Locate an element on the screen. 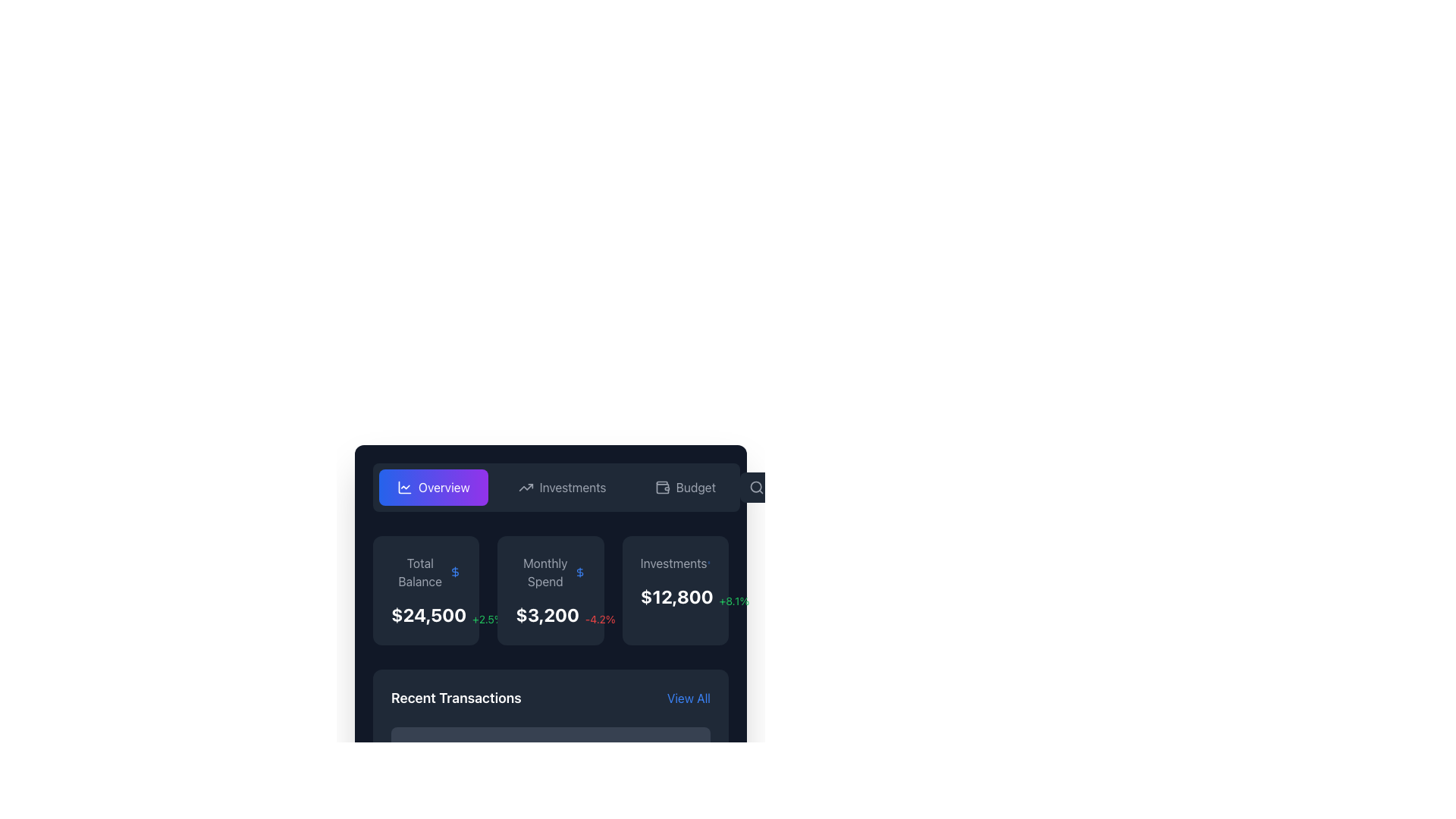 This screenshot has height=819, width=1456. the small text label displaying '+8.1%' in green font color, located on the right side of the 'Investments' card is located at coordinates (734, 601).